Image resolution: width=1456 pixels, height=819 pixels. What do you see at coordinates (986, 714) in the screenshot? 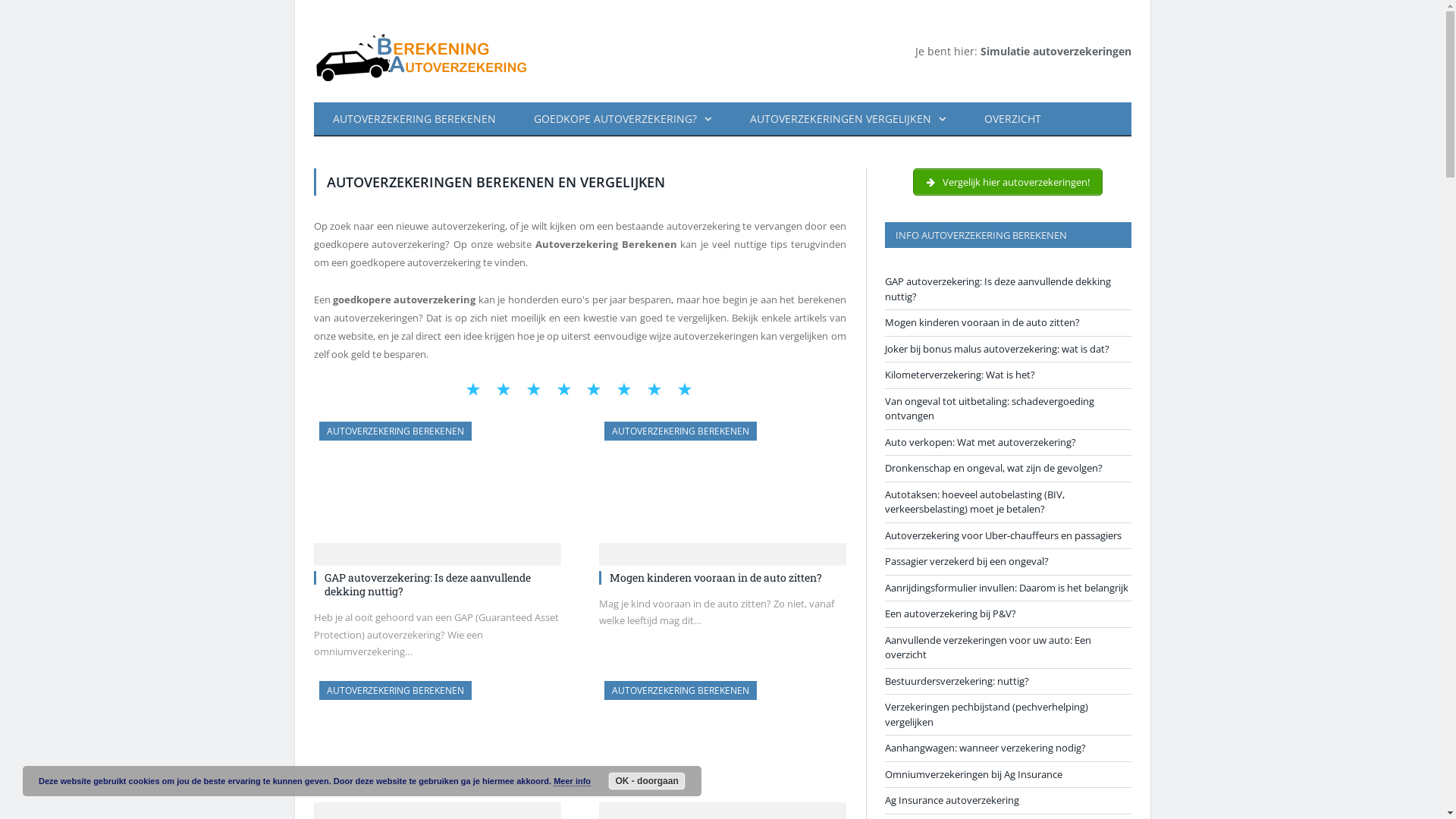
I see `'Verzekeringen pechbijstand (pechverhelping) vergelijken'` at bounding box center [986, 714].